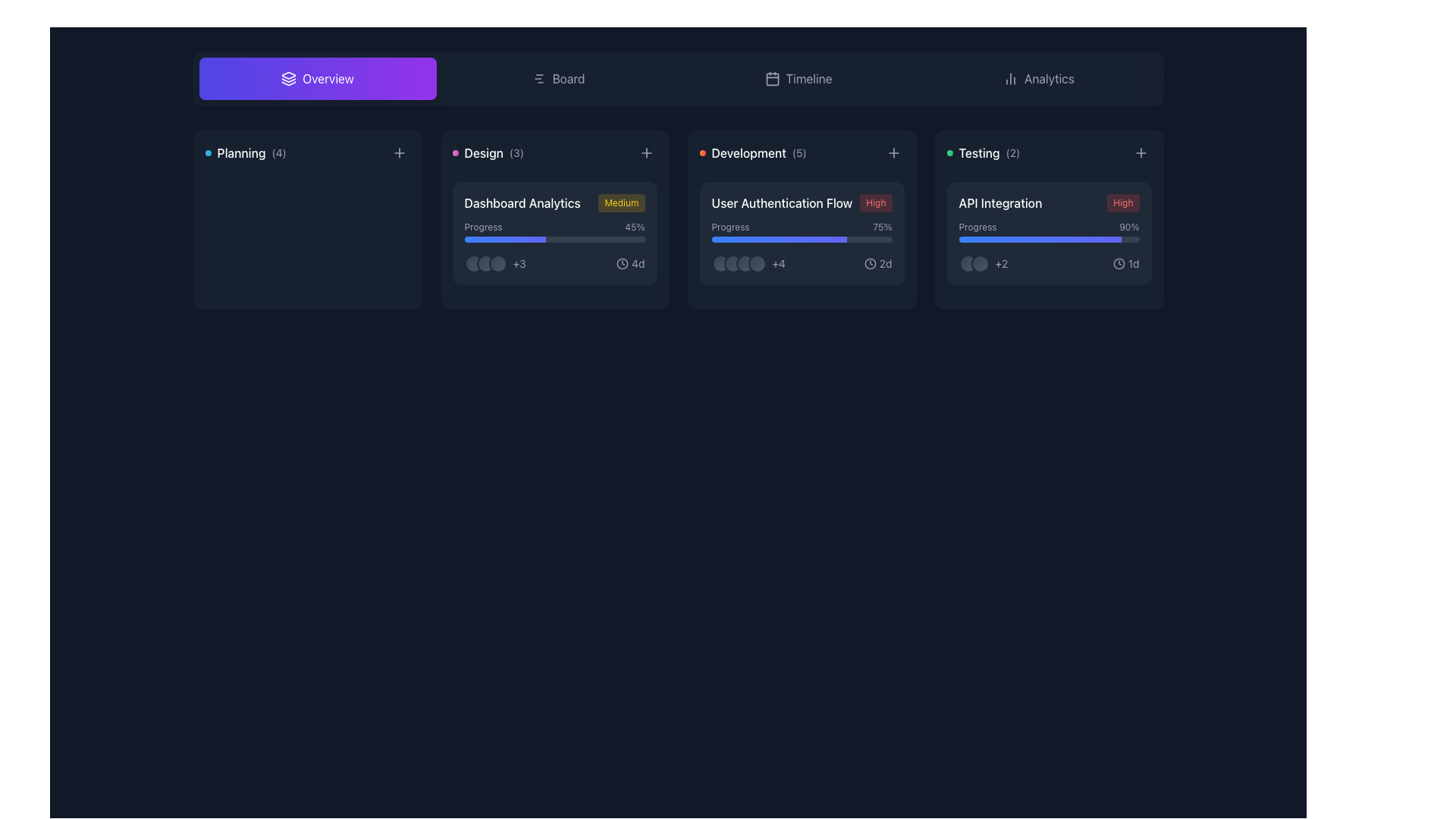  Describe the element at coordinates (646, 152) in the screenshot. I see `the plus icon button located in the top-right corner of the 'Design' section card` at that location.